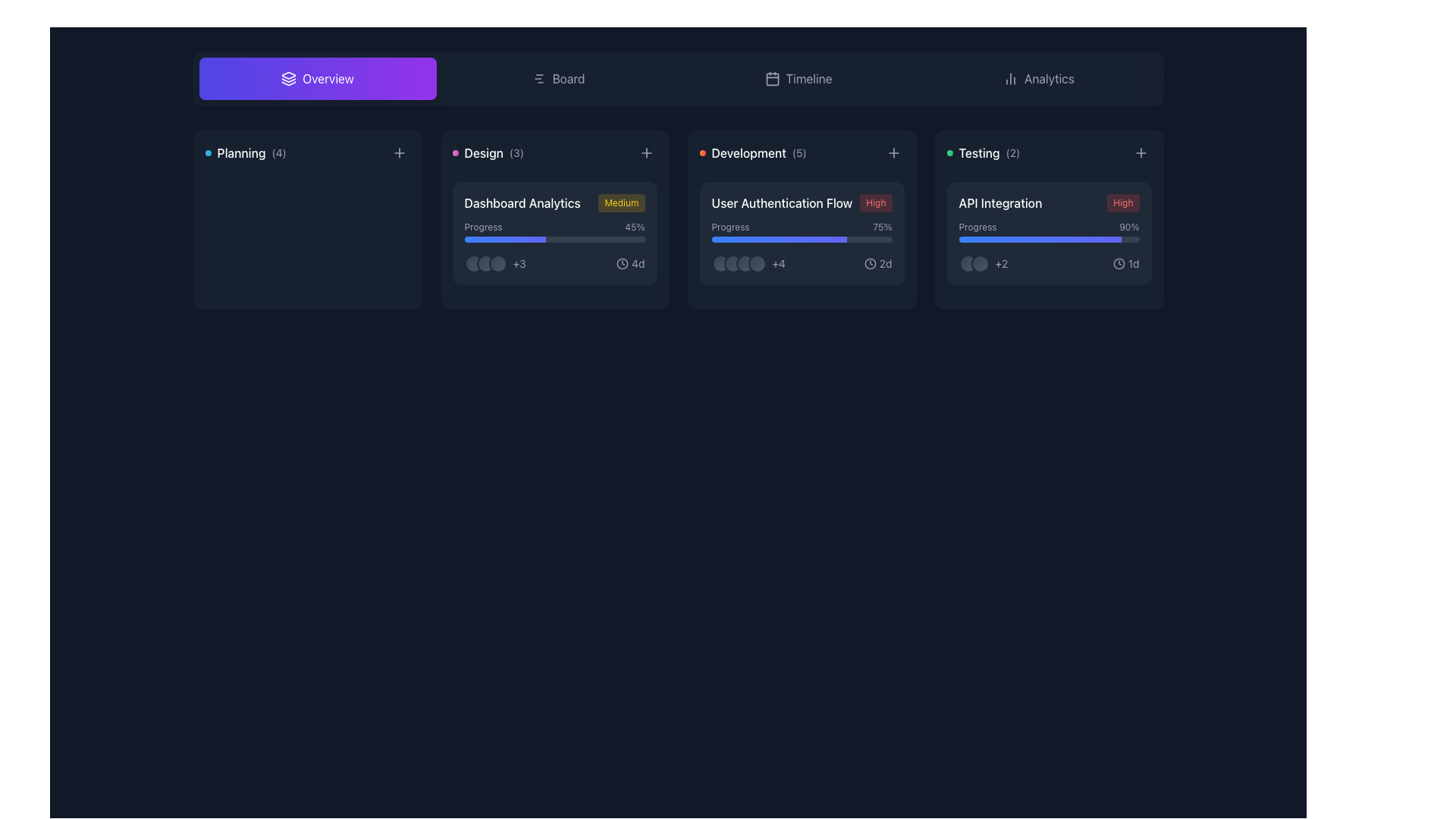  Describe the element at coordinates (646, 152) in the screenshot. I see `the plus icon button located in the top-right corner of the 'Design' section card` at that location.